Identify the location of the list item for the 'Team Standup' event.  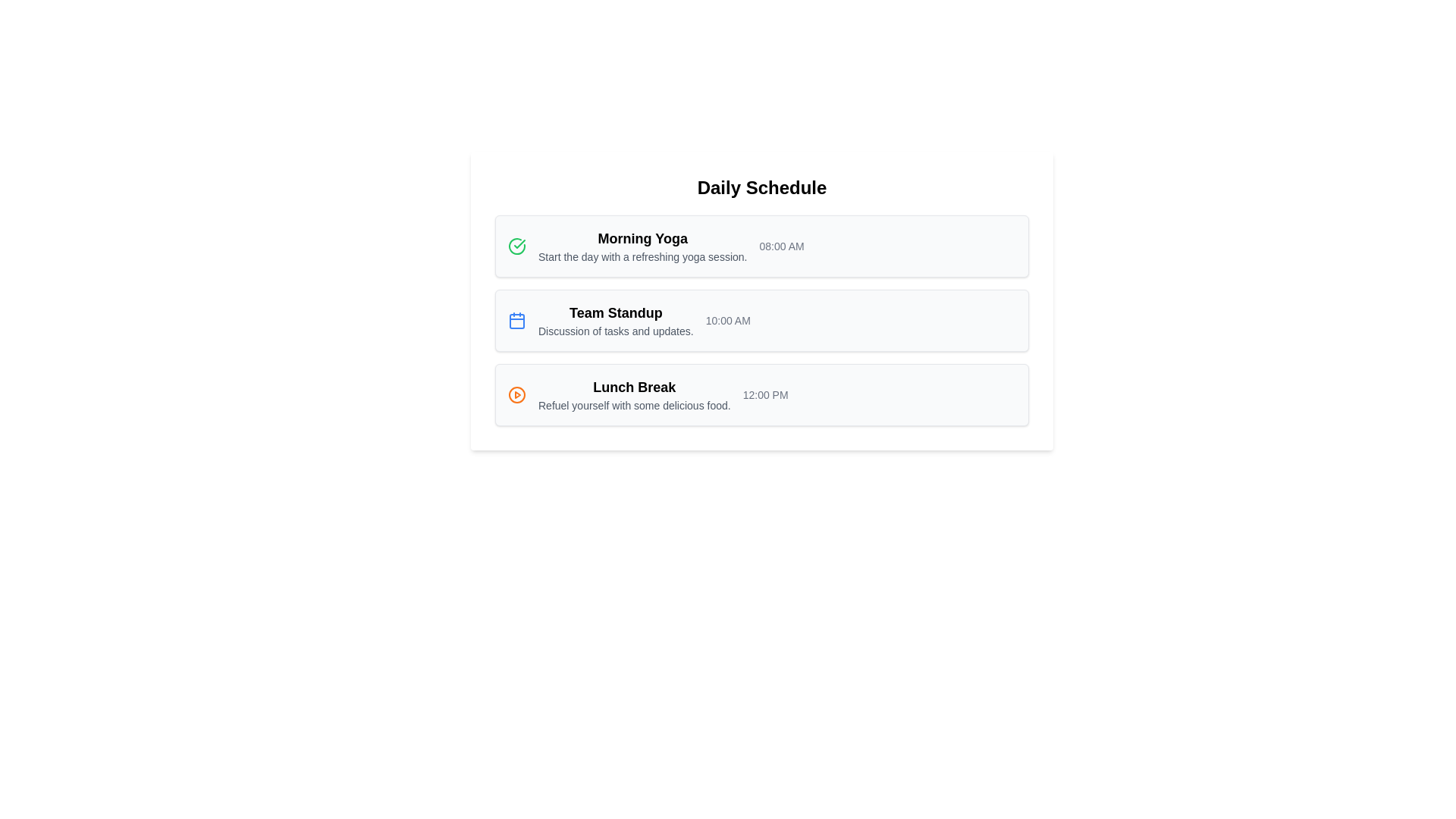
(761, 320).